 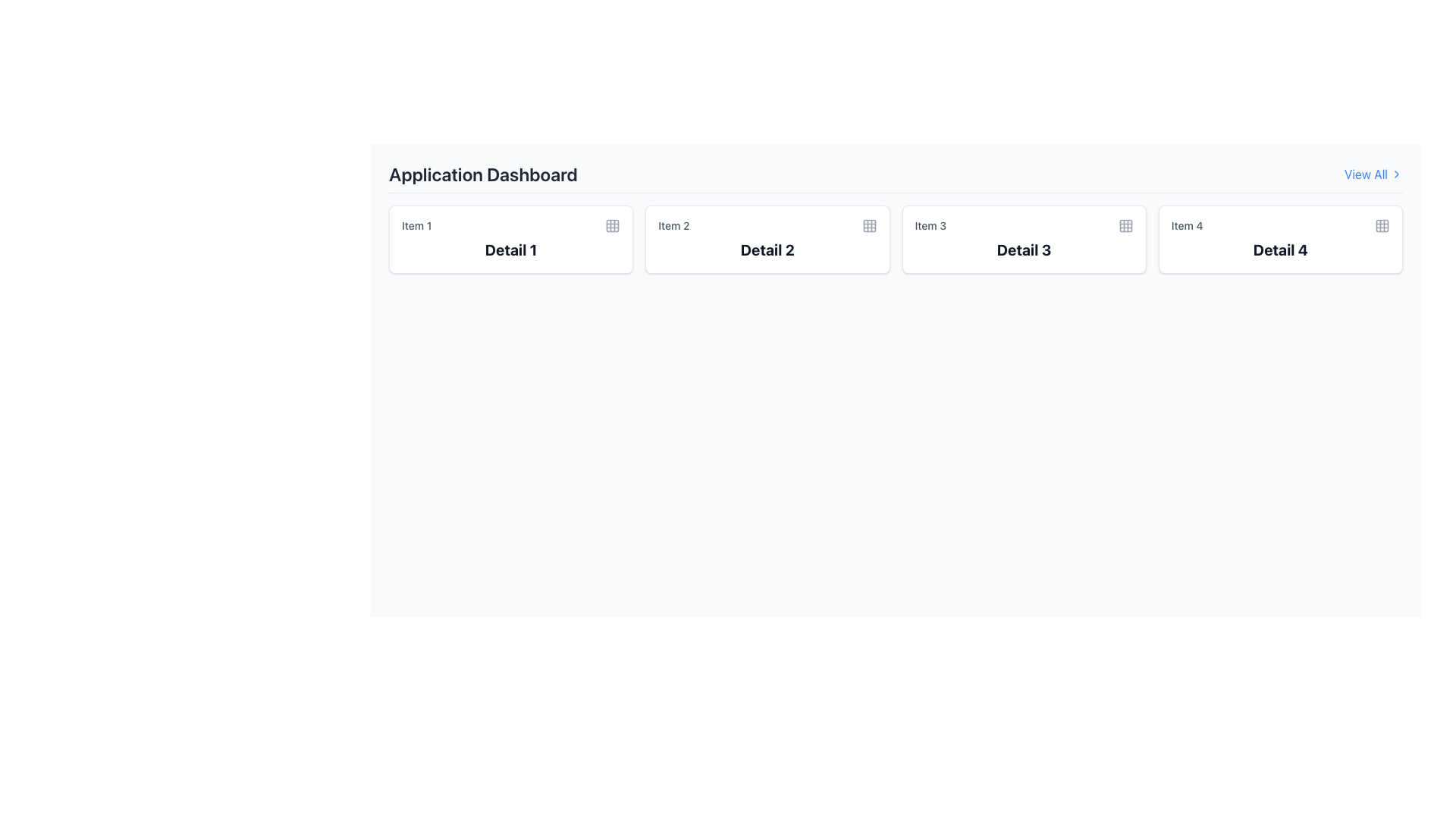 I want to click on the 'View All' hyperlink with the right-pointing chevron icon, so click(x=1373, y=174).